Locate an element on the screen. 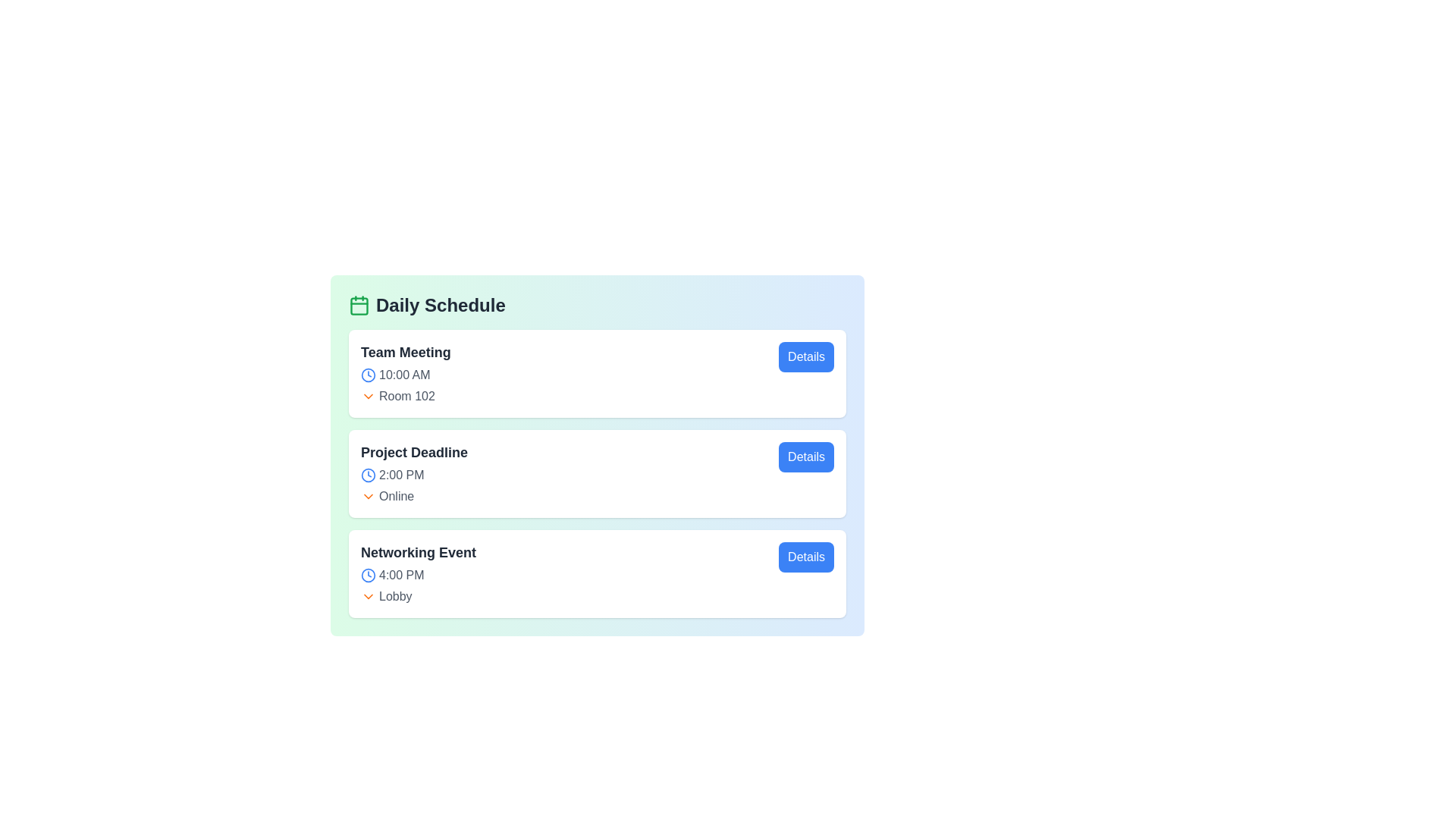 This screenshot has height=819, width=1456. the SVG Circle icon representing the time for the Team Meeting at 10:00 AM in the Daily Schedule card is located at coordinates (368, 375).